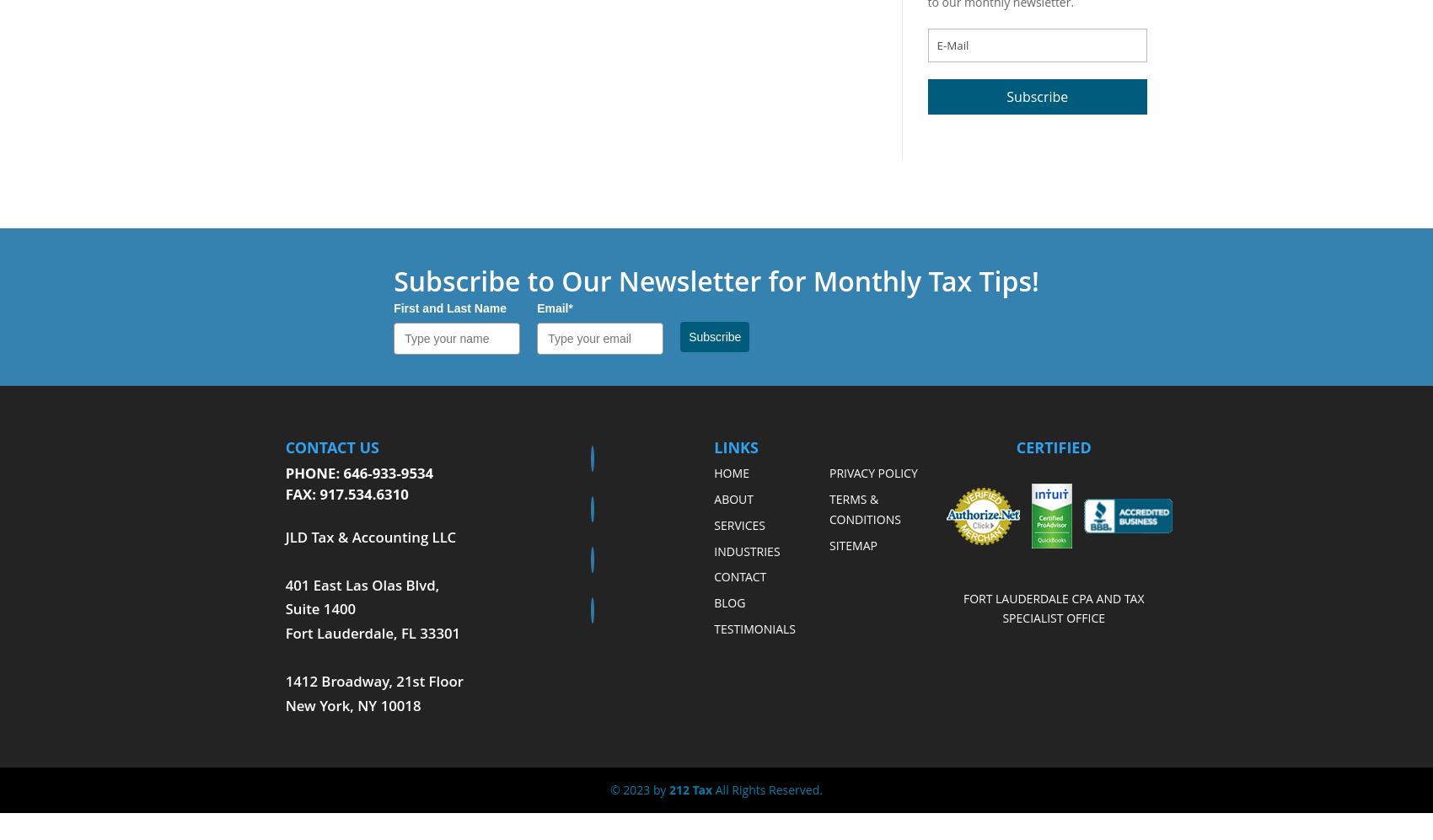 This screenshot has height=840, width=1433. What do you see at coordinates (863, 507) in the screenshot?
I see `'TERMS & CONDITIONS'` at bounding box center [863, 507].